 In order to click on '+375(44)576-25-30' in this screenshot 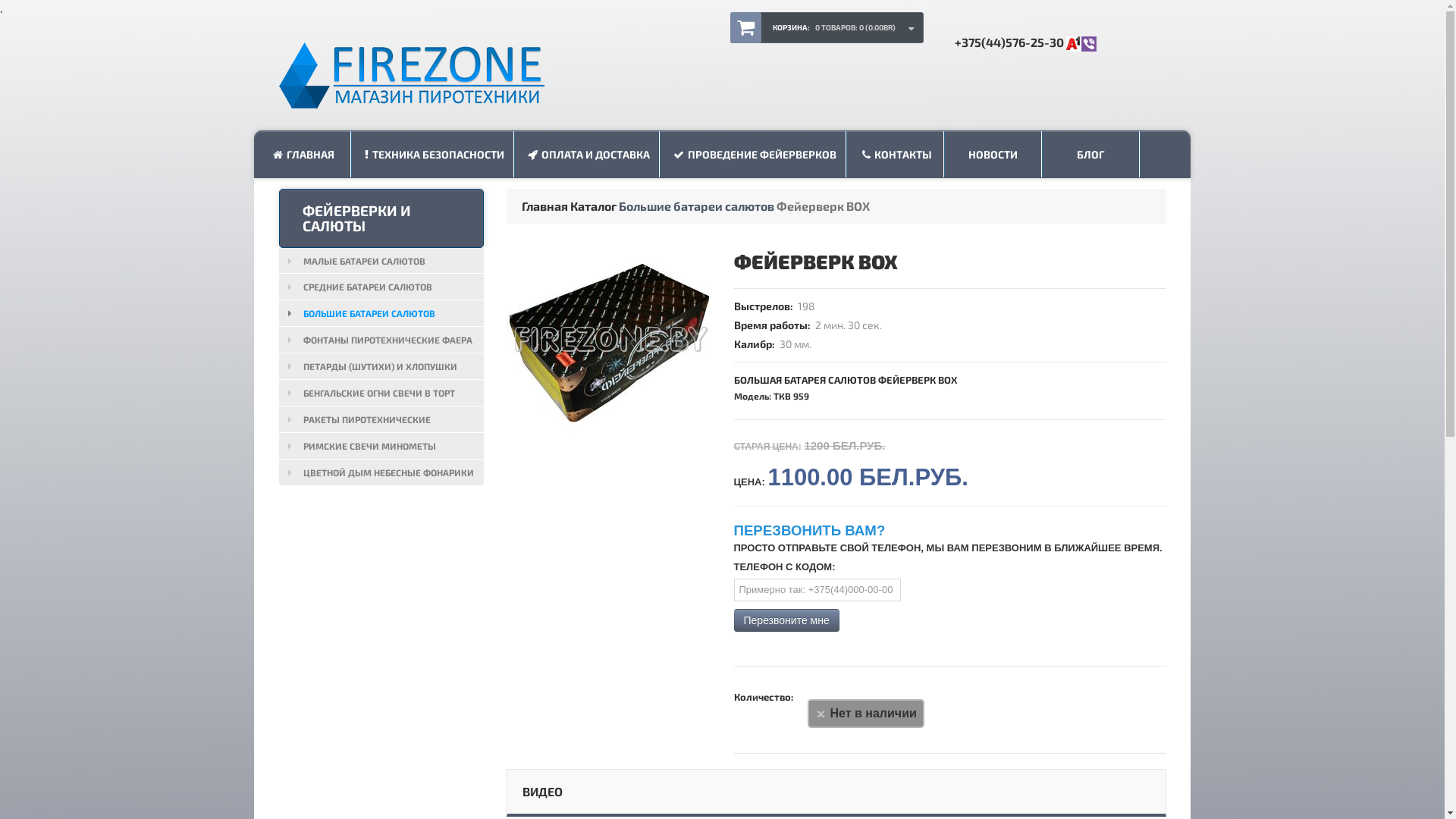, I will do `click(1025, 41)`.